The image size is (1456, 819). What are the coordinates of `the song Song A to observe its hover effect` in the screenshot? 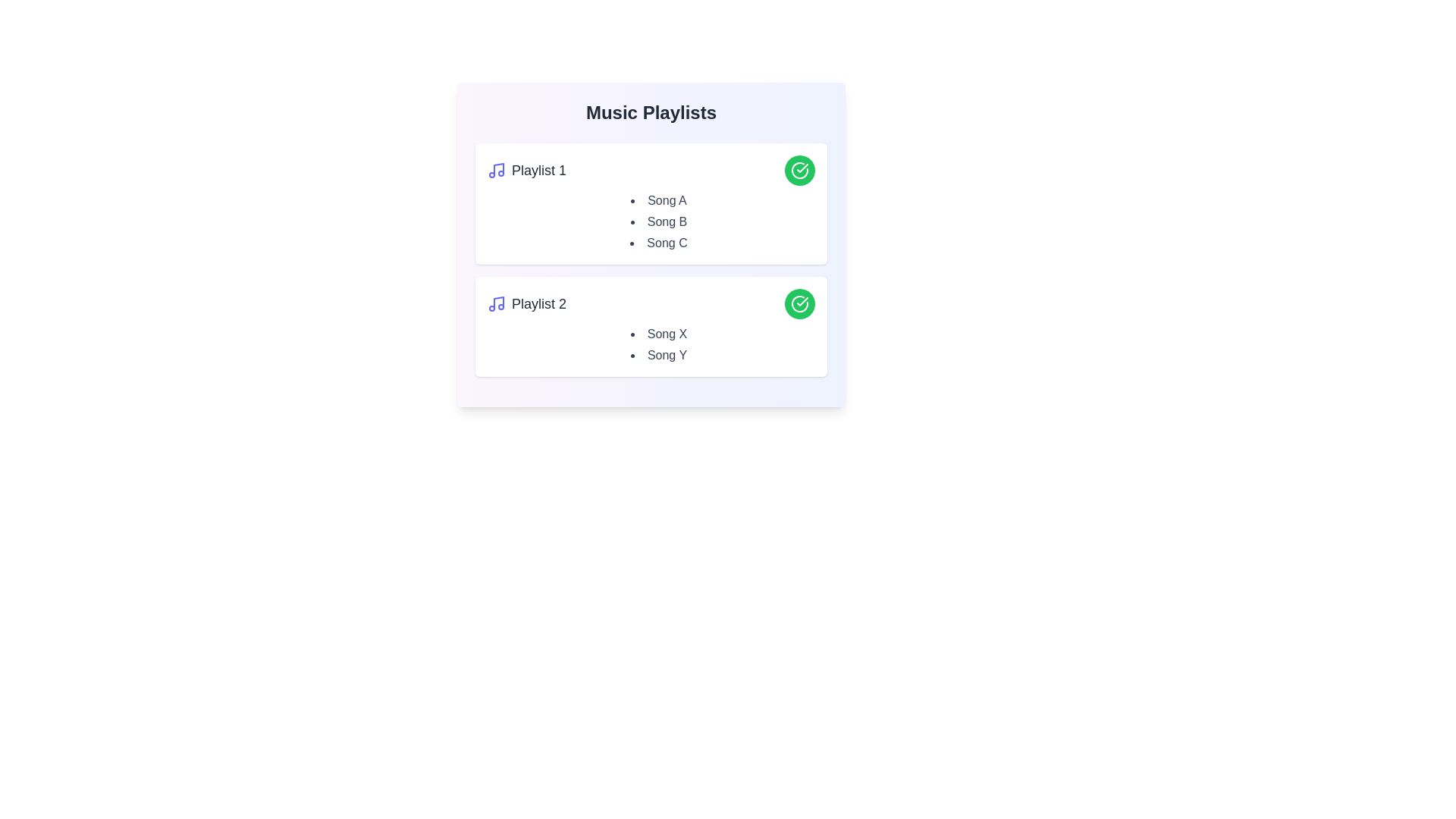 It's located at (658, 200).